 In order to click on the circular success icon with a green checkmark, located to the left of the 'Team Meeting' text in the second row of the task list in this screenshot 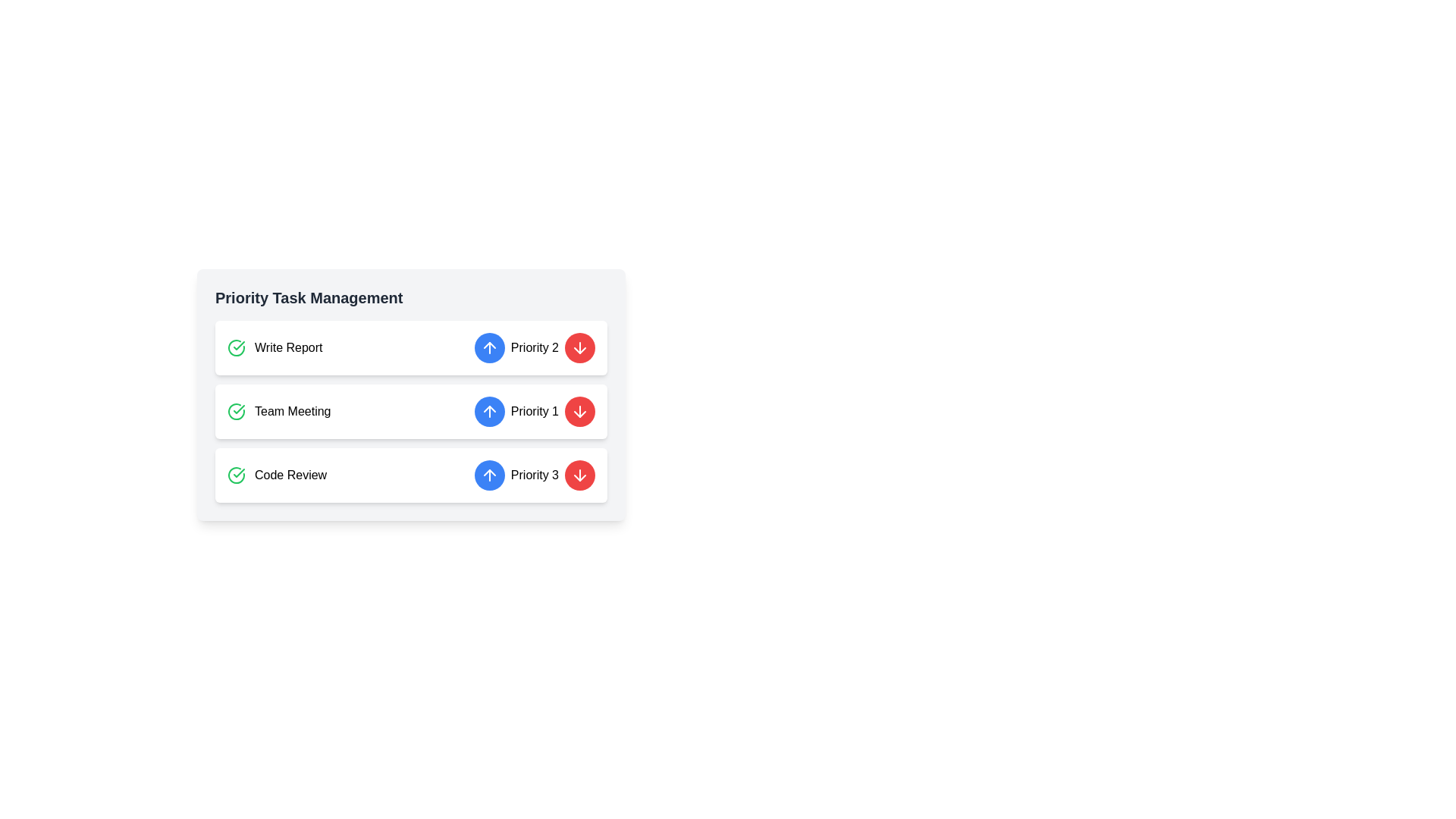, I will do `click(236, 412)`.